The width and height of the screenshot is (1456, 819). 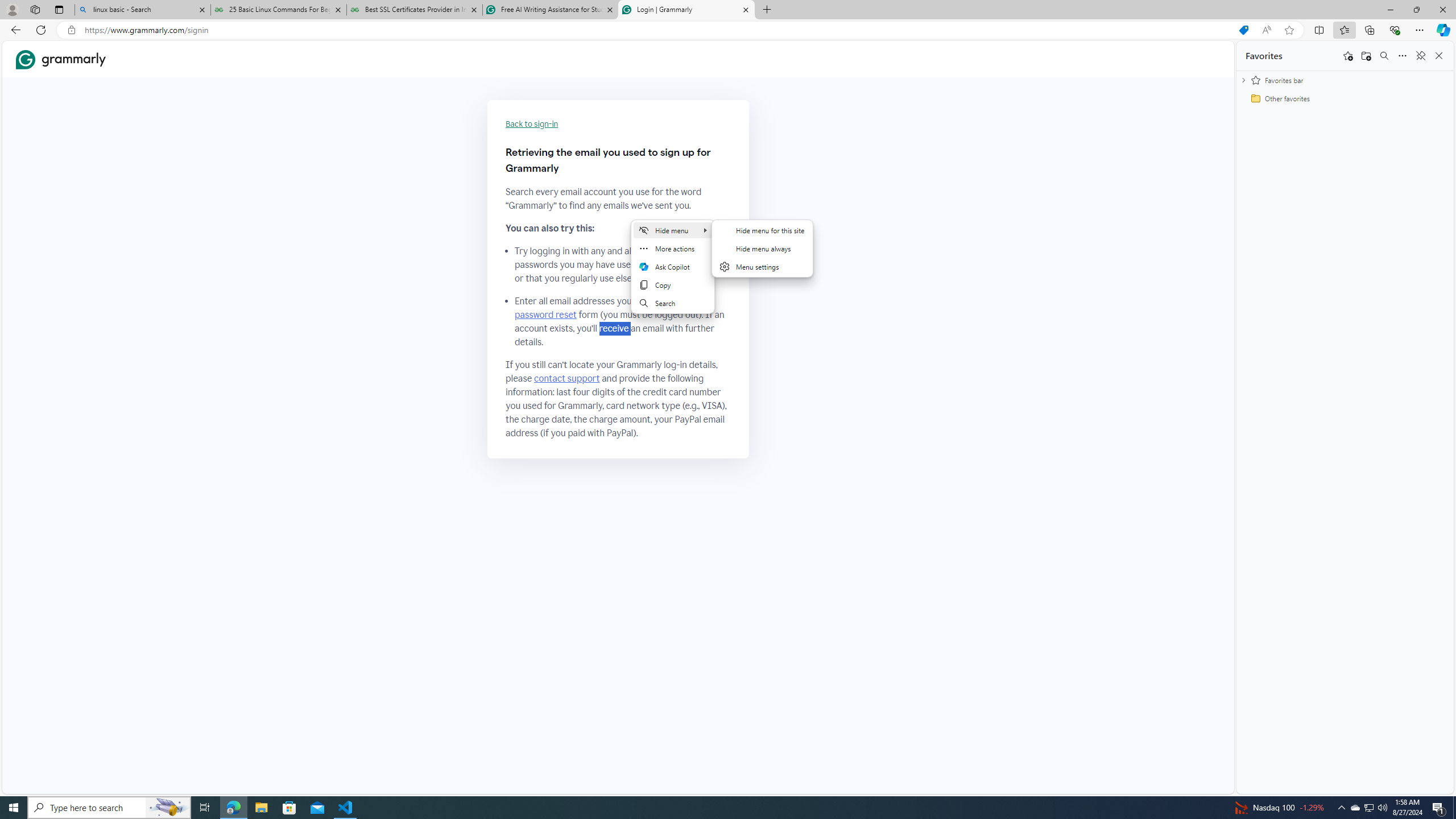 What do you see at coordinates (278, 9) in the screenshot?
I see `'25 Basic Linux Commands For Beginners - GeeksforGeeks'` at bounding box center [278, 9].